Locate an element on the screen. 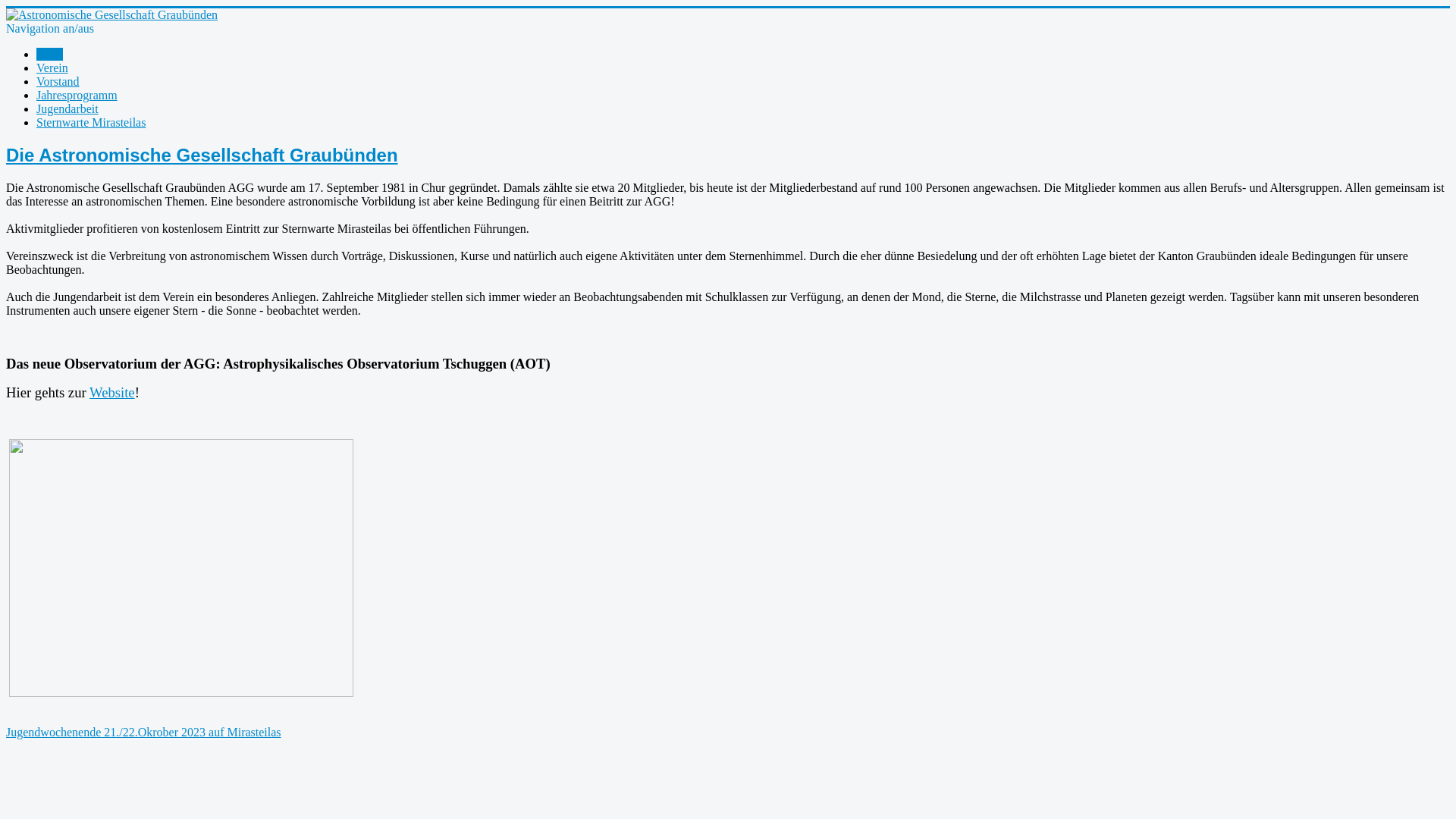  'AGG' is located at coordinates (49, 53).